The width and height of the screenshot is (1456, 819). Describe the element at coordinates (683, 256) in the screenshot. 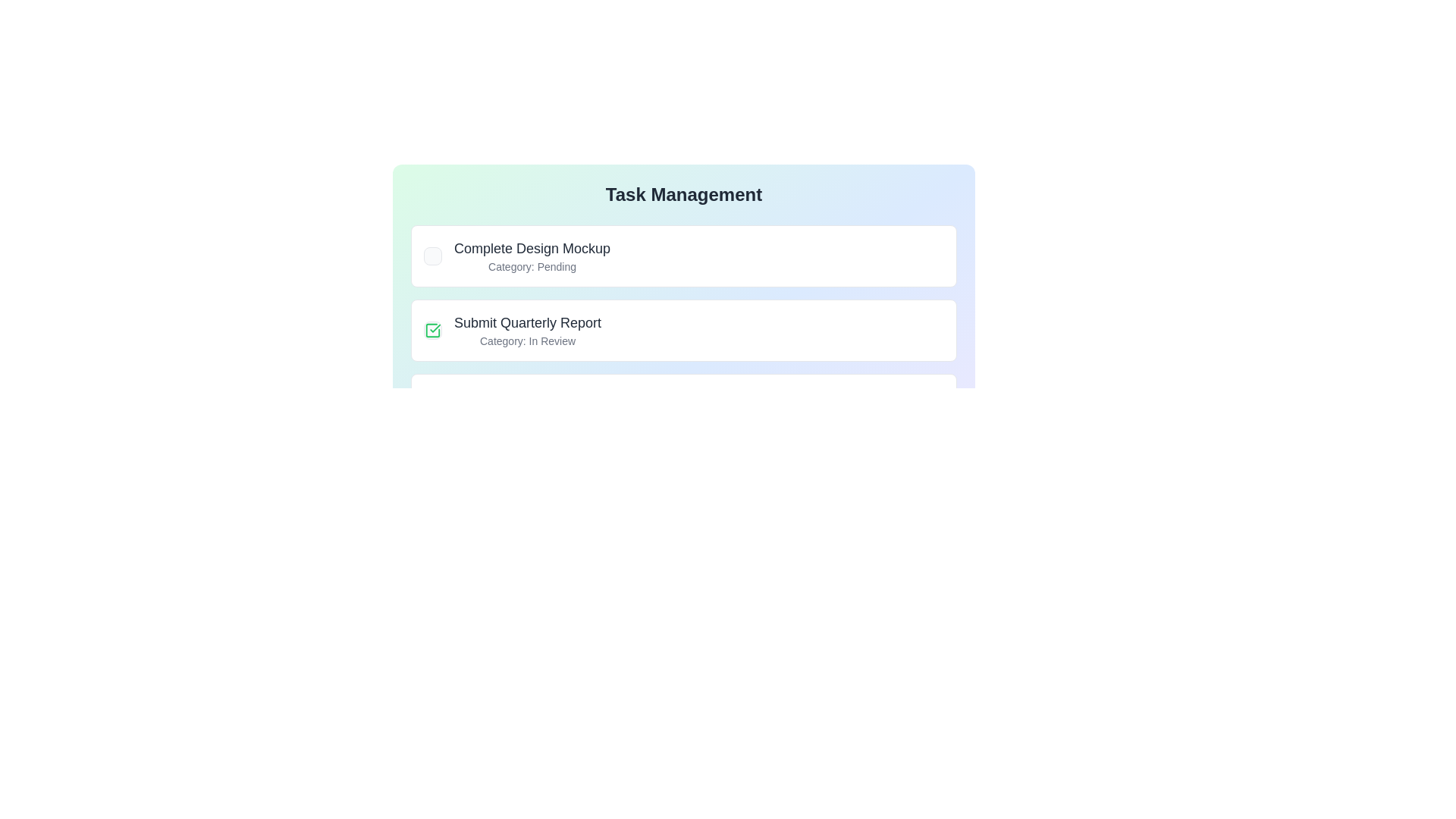

I see `the first task card in the task management interface, which provides an overview of the task's title and its category or status` at that location.